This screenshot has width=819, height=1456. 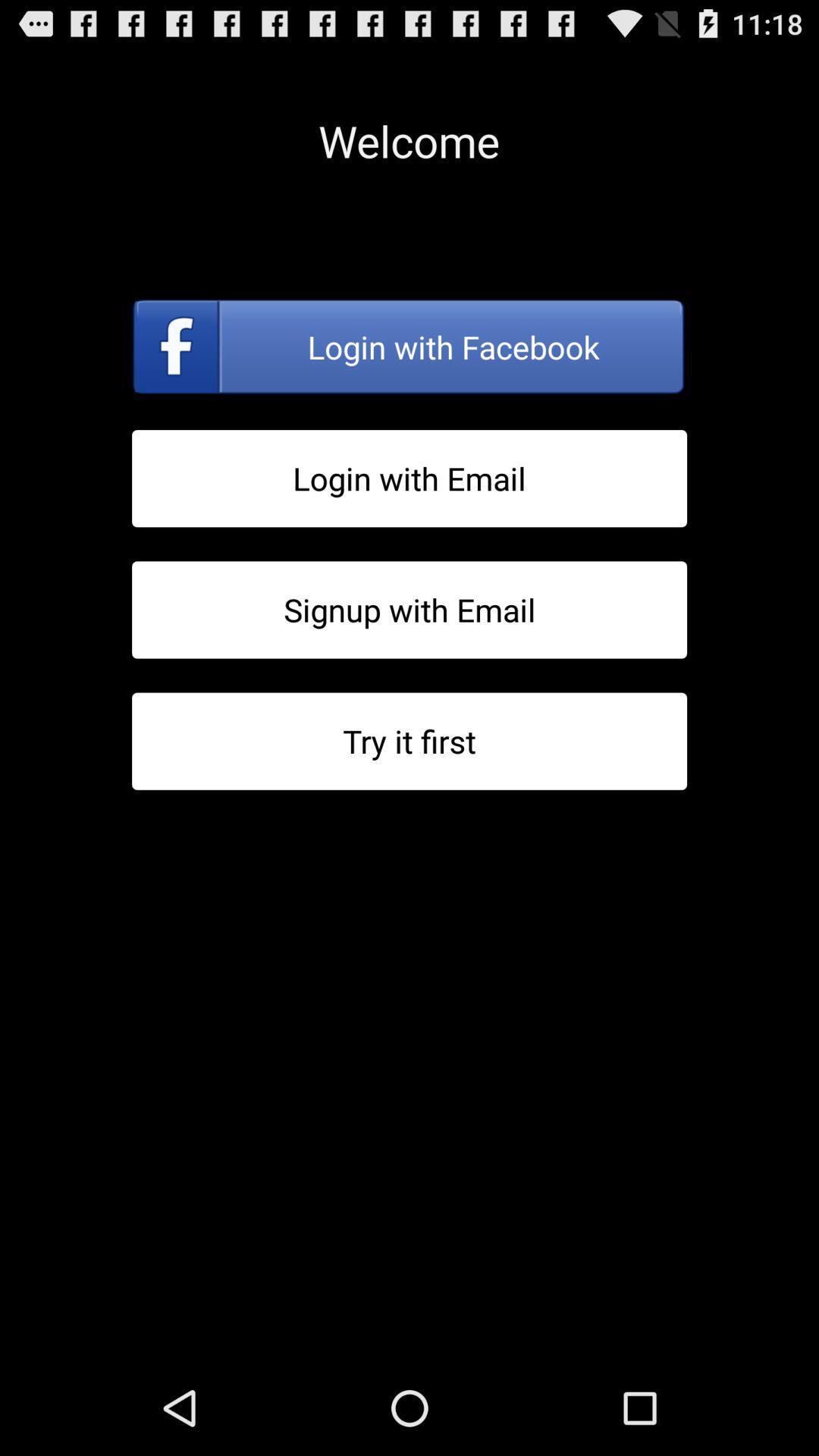 What do you see at coordinates (409, 610) in the screenshot?
I see `sign up with email` at bounding box center [409, 610].